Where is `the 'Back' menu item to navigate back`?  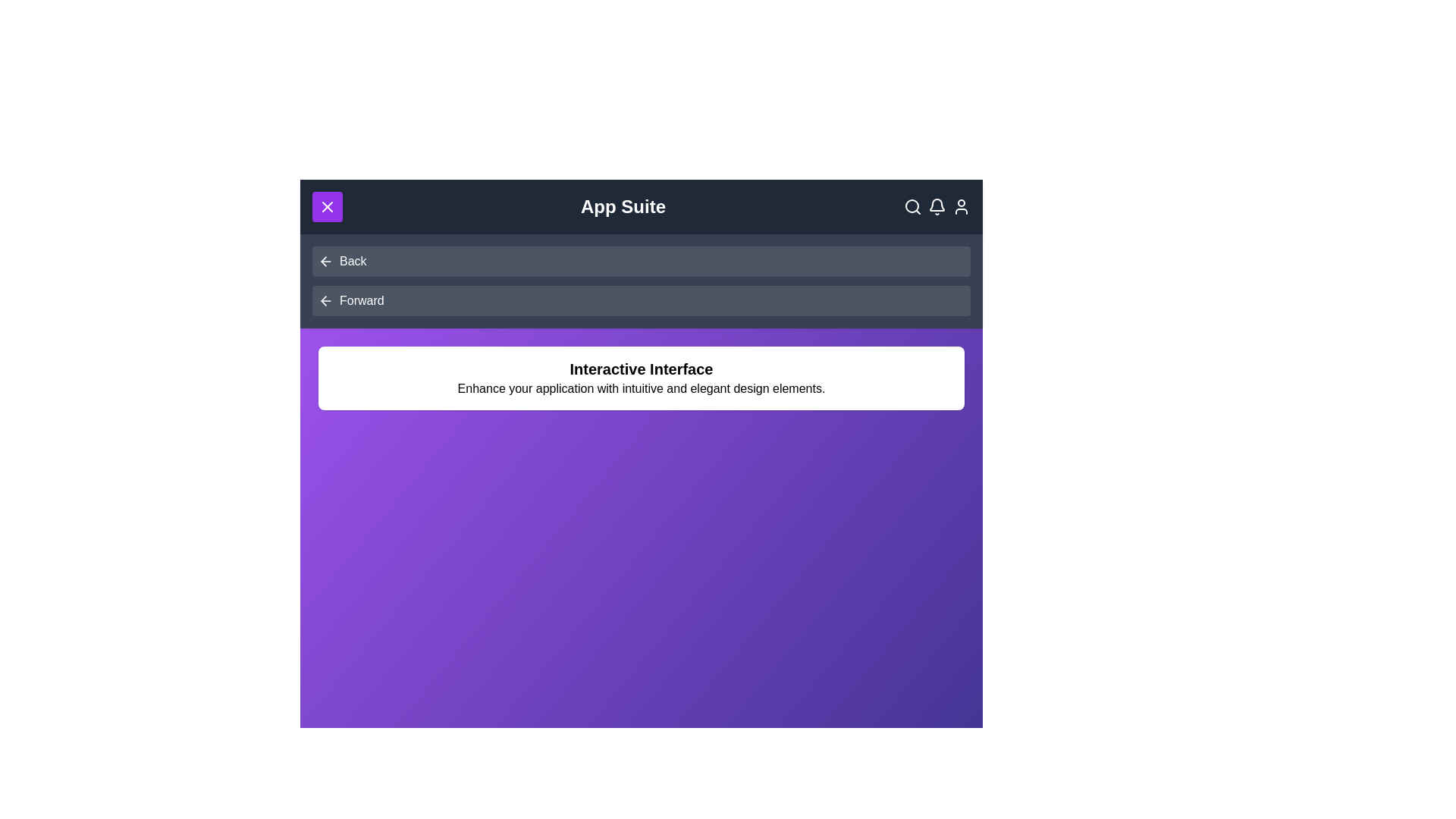 the 'Back' menu item to navigate back is located at coordinates (352, 260).